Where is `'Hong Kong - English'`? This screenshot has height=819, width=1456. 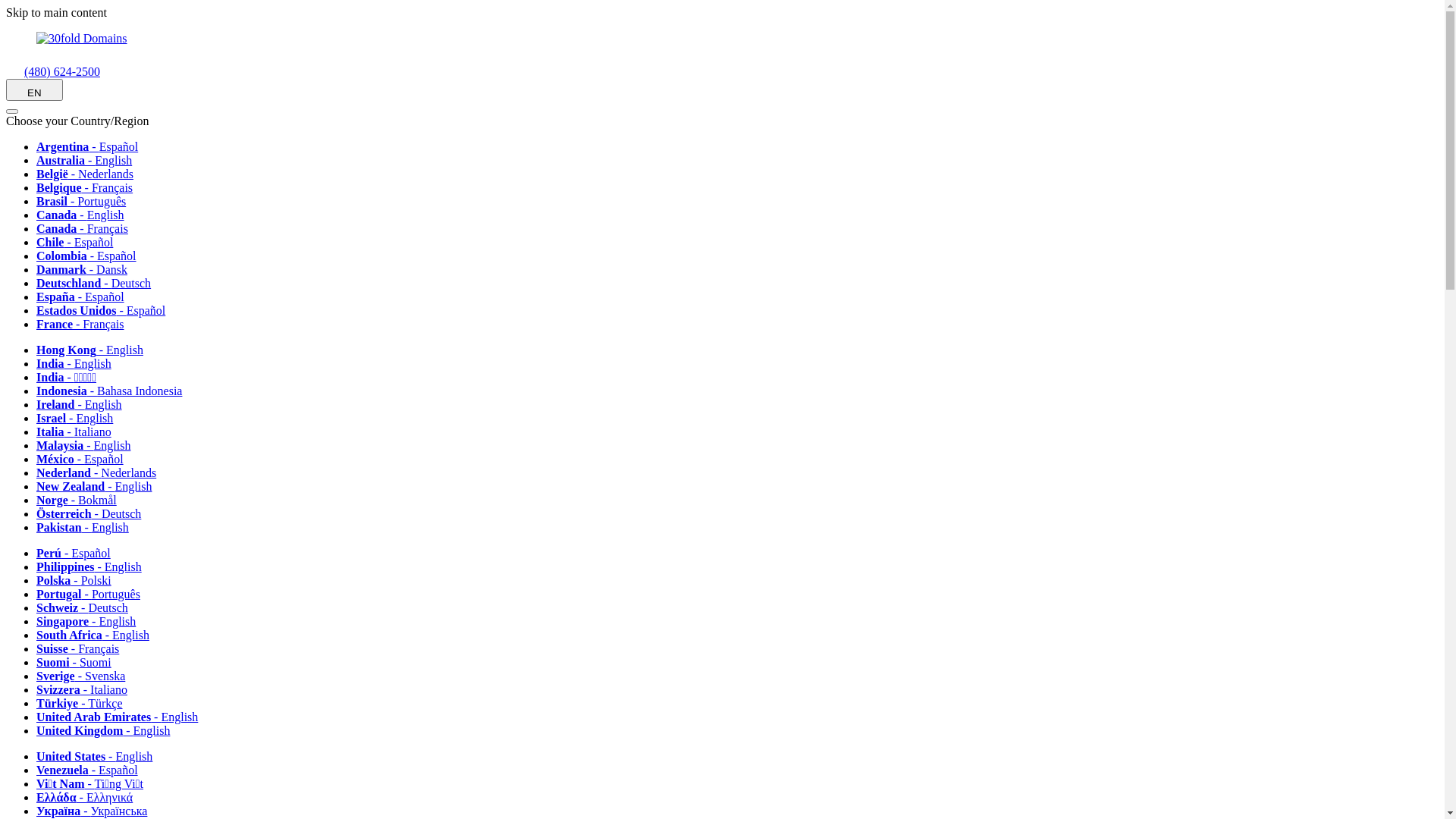
'Hong Kong - English' is located at coordinates (36, 350).